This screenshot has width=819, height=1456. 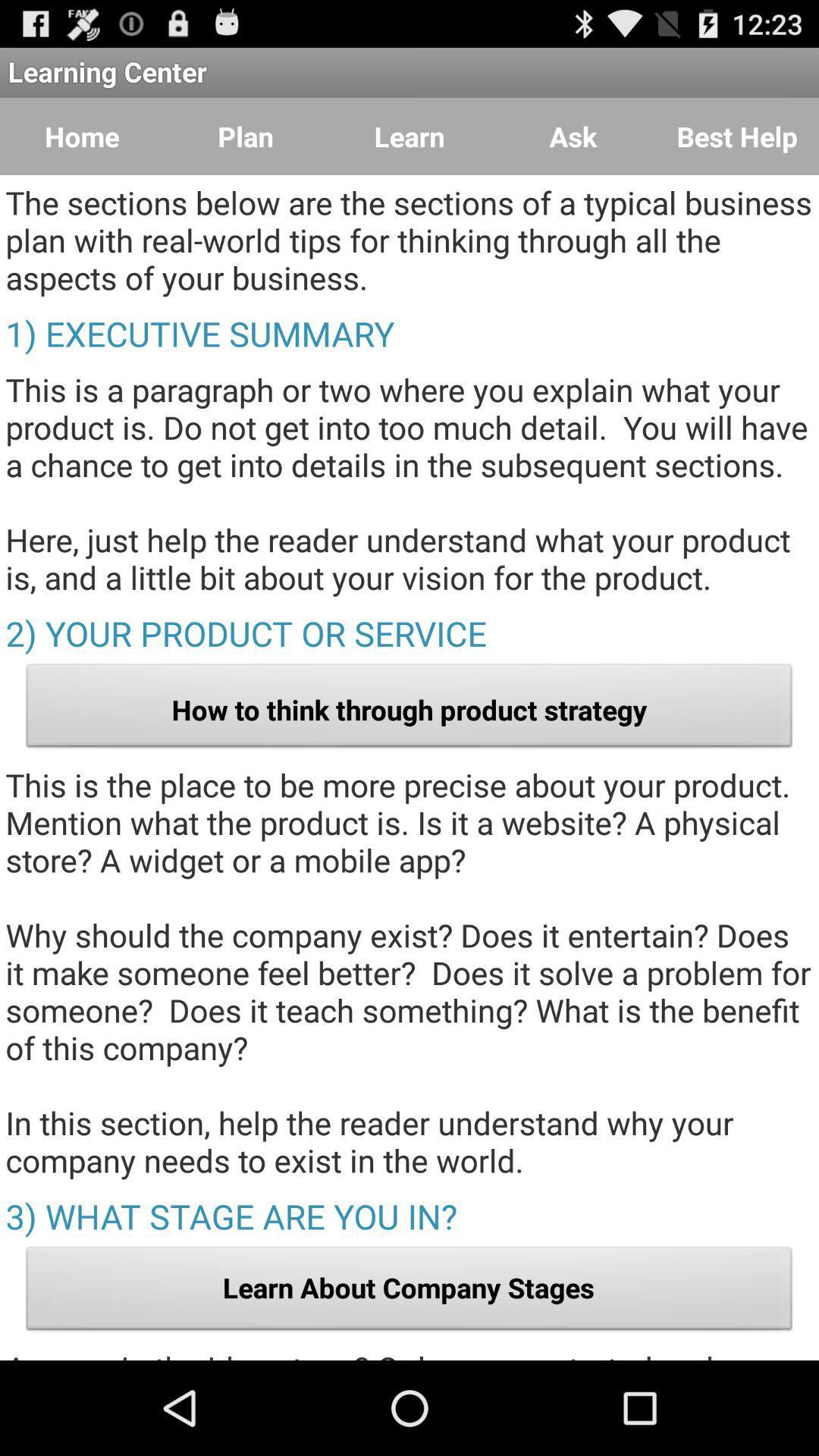 I want to click on the item below 2 your product app, so click(x=409, y=709).